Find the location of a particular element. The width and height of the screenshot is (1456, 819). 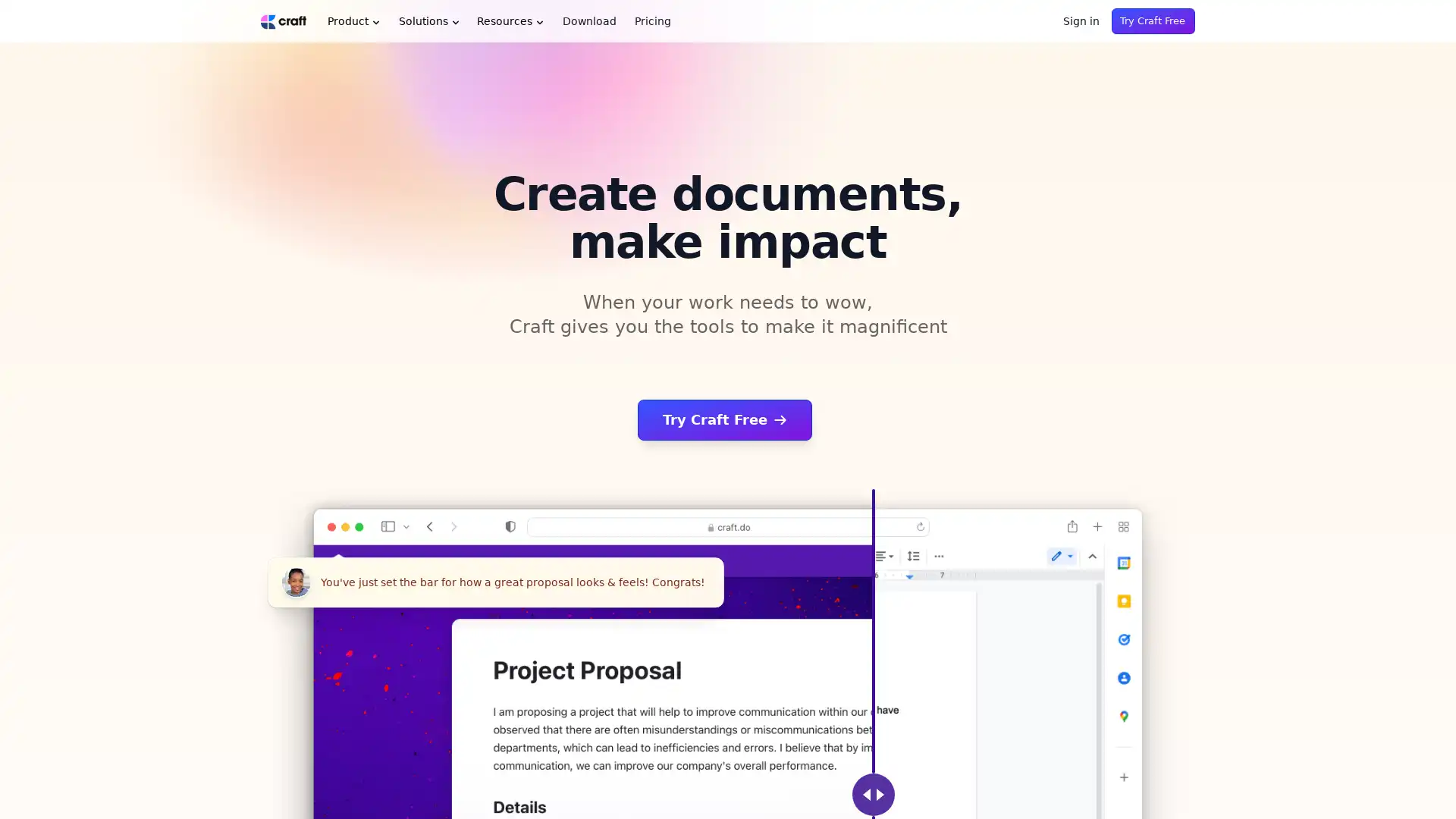

Product is located at coordinates (352, 20).